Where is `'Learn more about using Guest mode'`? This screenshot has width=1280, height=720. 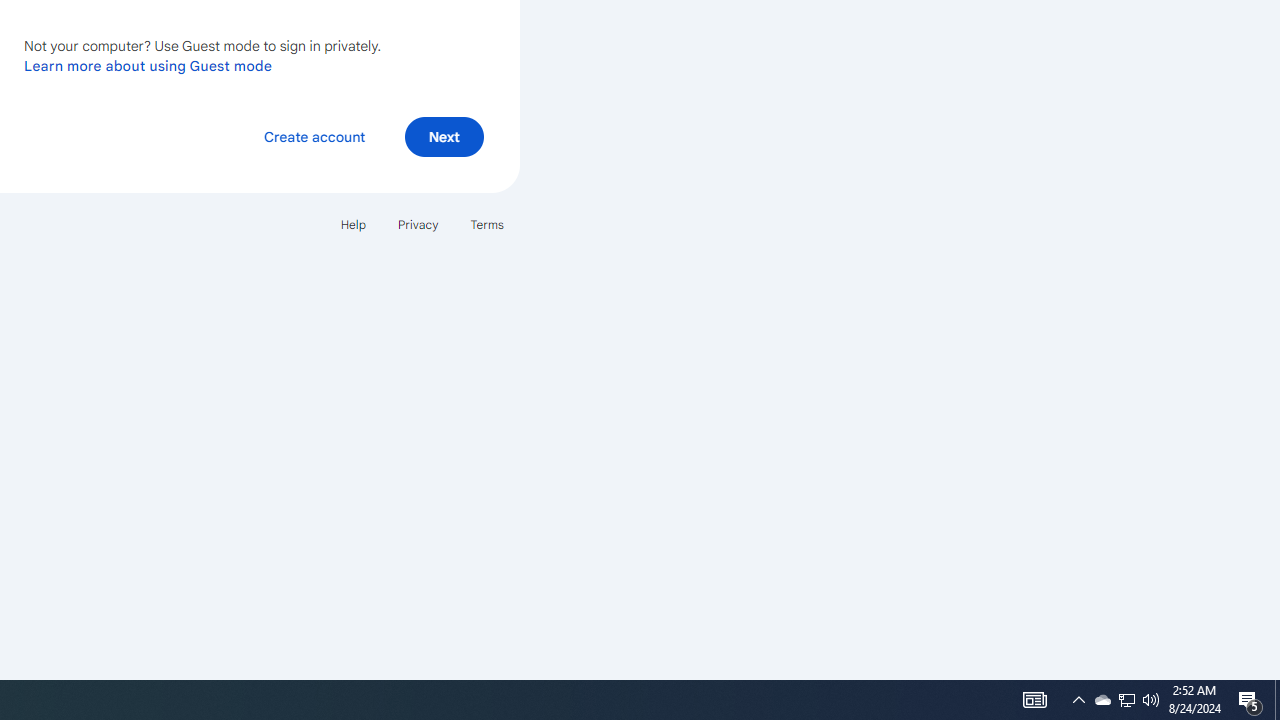 'Learn more about using Guest mode' is located at coordinates (147, 64).